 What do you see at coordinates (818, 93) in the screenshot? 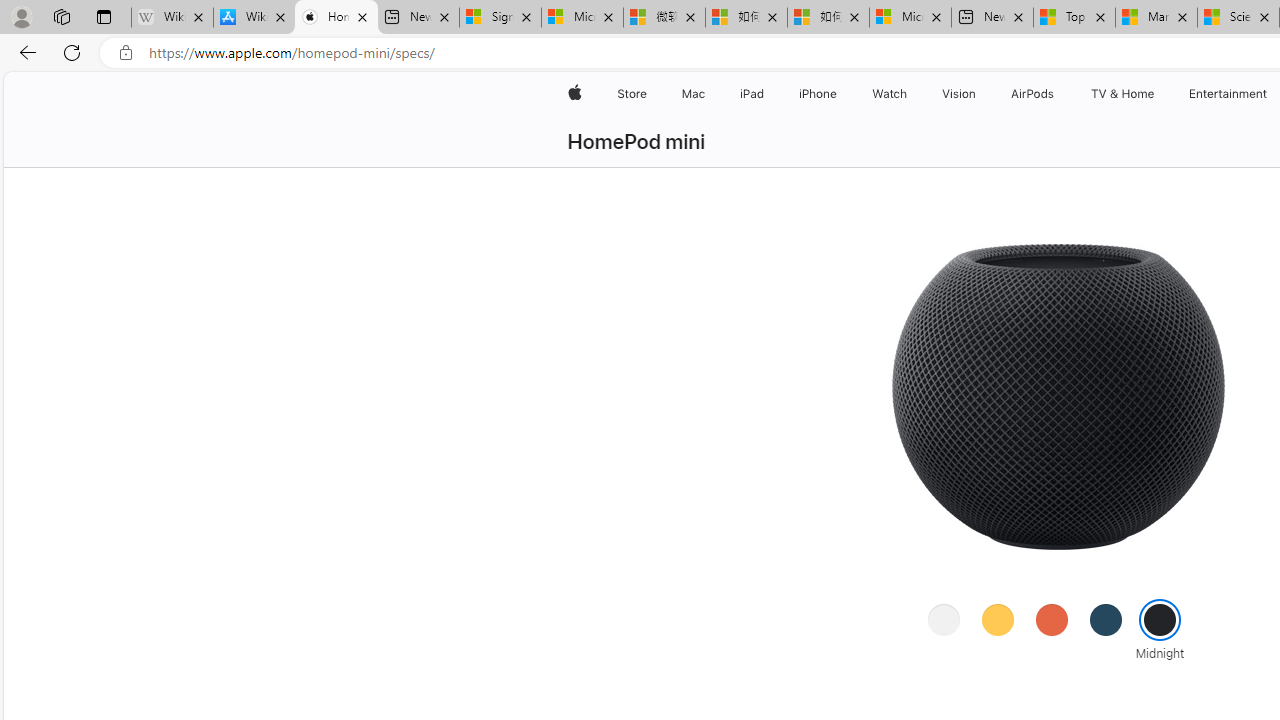
I see `'iPhone'` at bounding box center [818, 93].